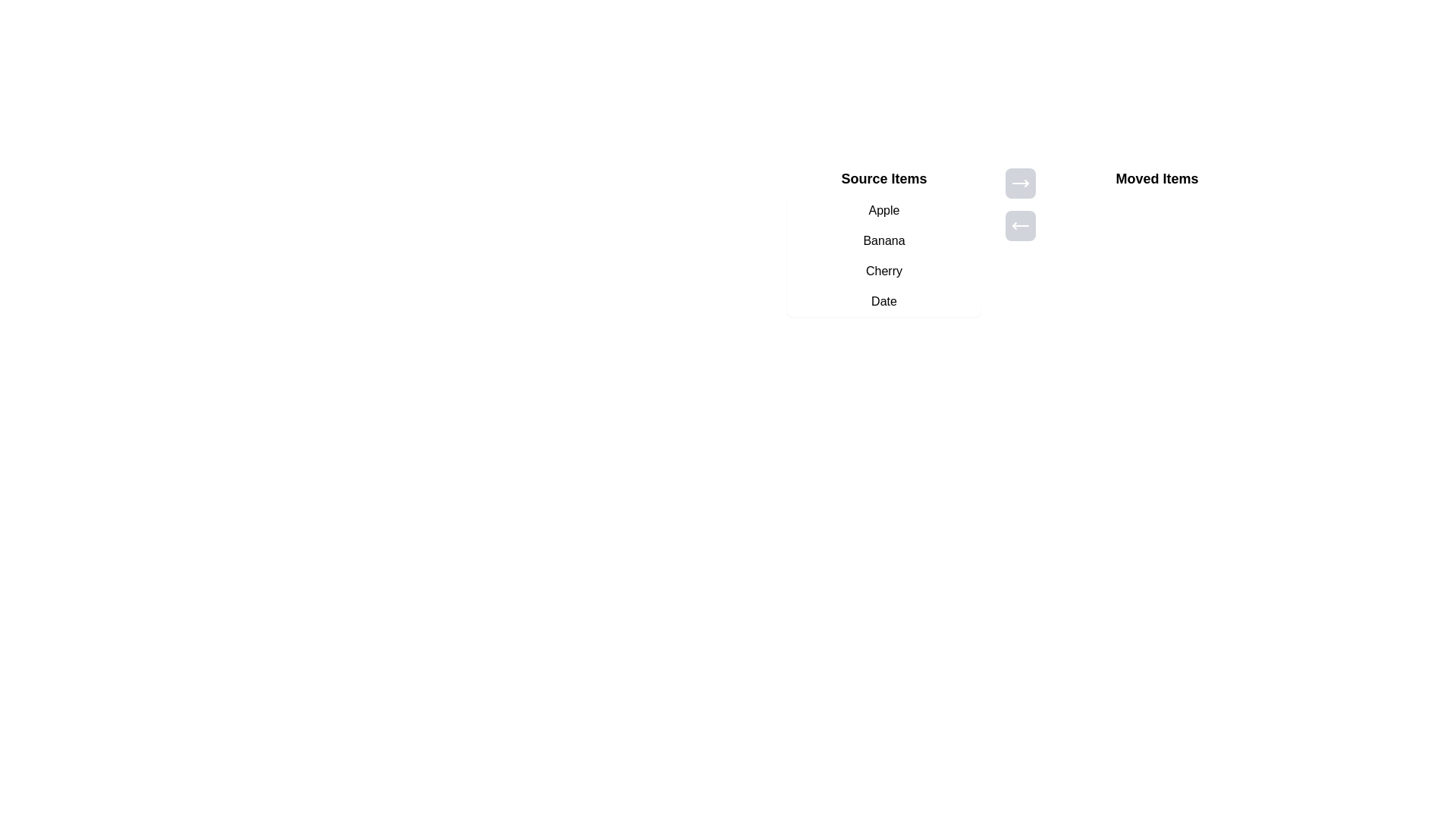 Image resolution: width=1456 pixels, height=819 pixels. What do you see at coordinates (1020, 225) in the screenshot?
I see `the move-left action button, which is centrally aligned and serves to move selected items back to the 'Source Items' box` at bounding box center [1020, 225].